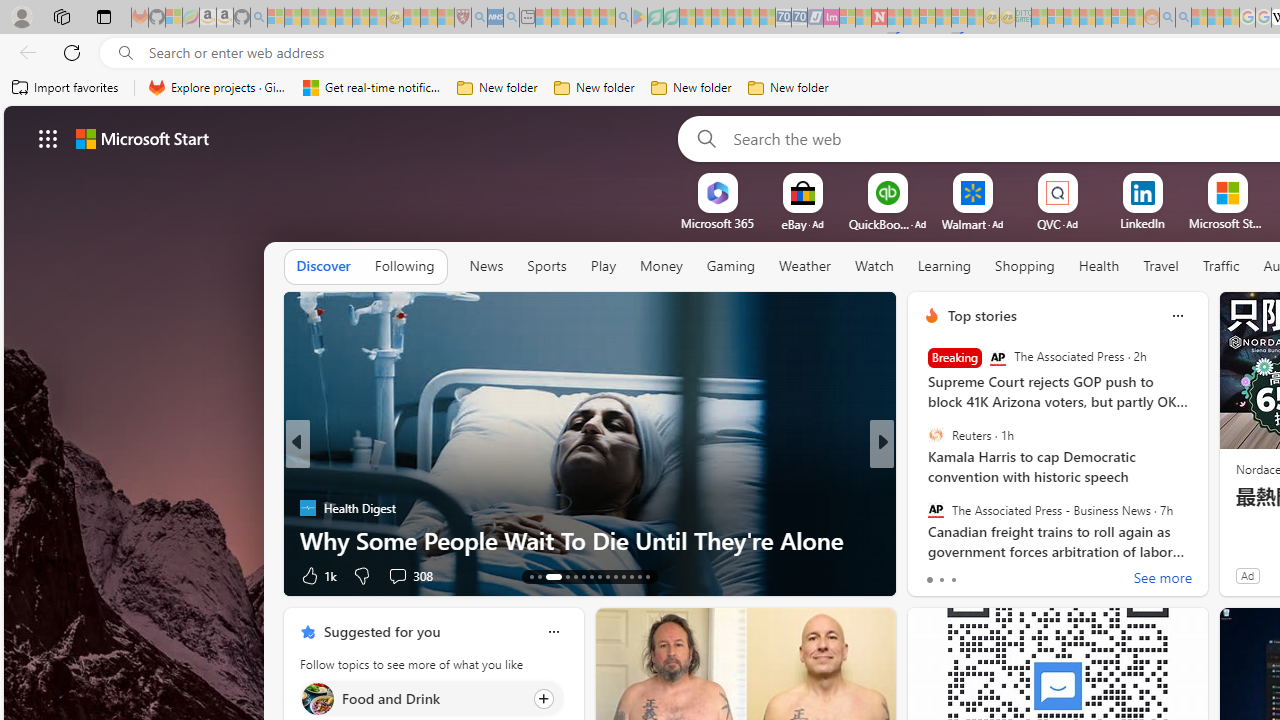 The width and height of the screenshot is (1280, 720). What do you see at coordinates (125, 52) in the screenshot?
I see `'Search icon'` at bounding box center [125, 52].